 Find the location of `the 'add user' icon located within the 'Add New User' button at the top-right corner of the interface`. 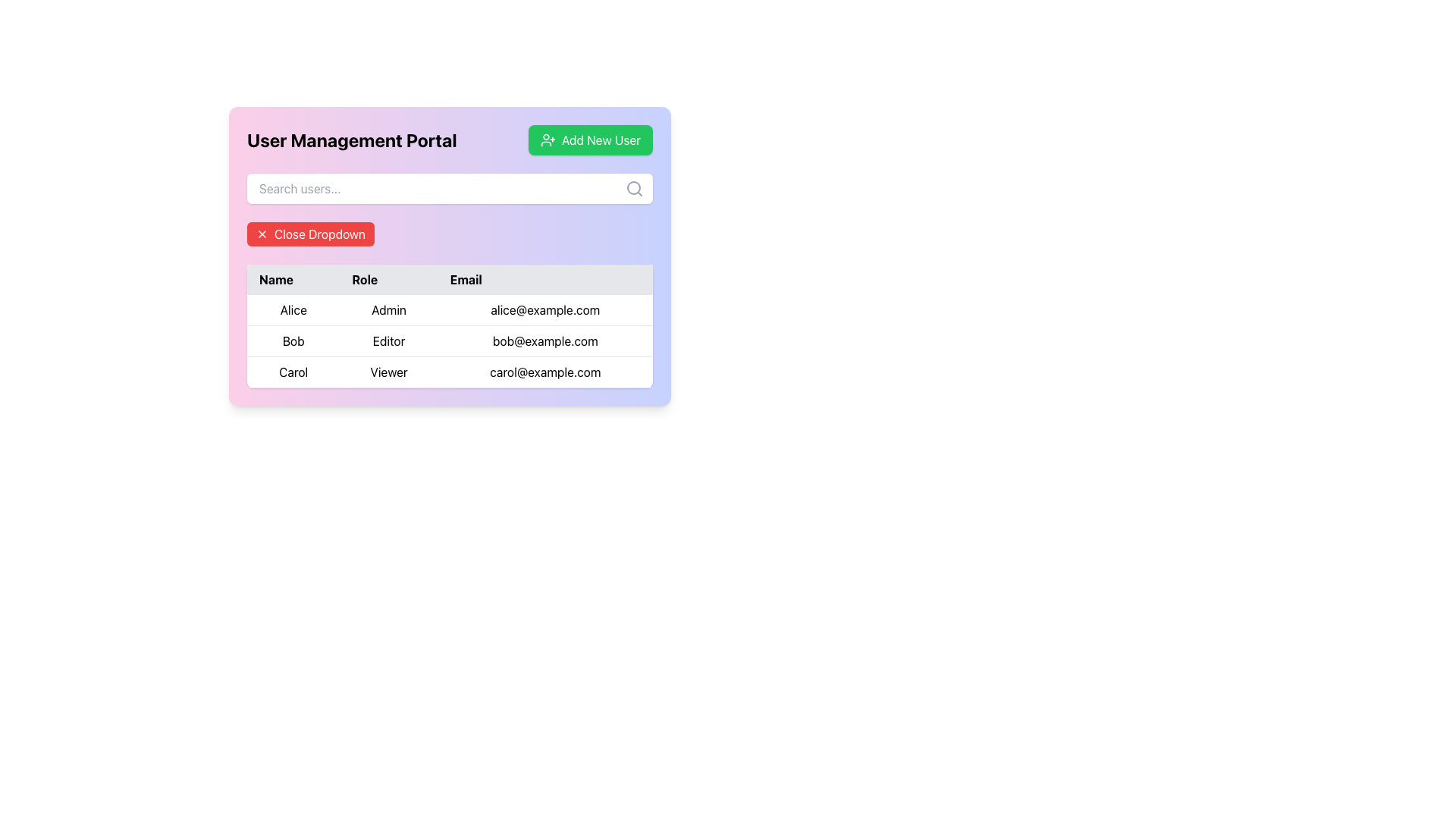

the 'add user' icon located within the 'Add New User' button at the top-right corner of the interface is located at coordinates (547, 140).